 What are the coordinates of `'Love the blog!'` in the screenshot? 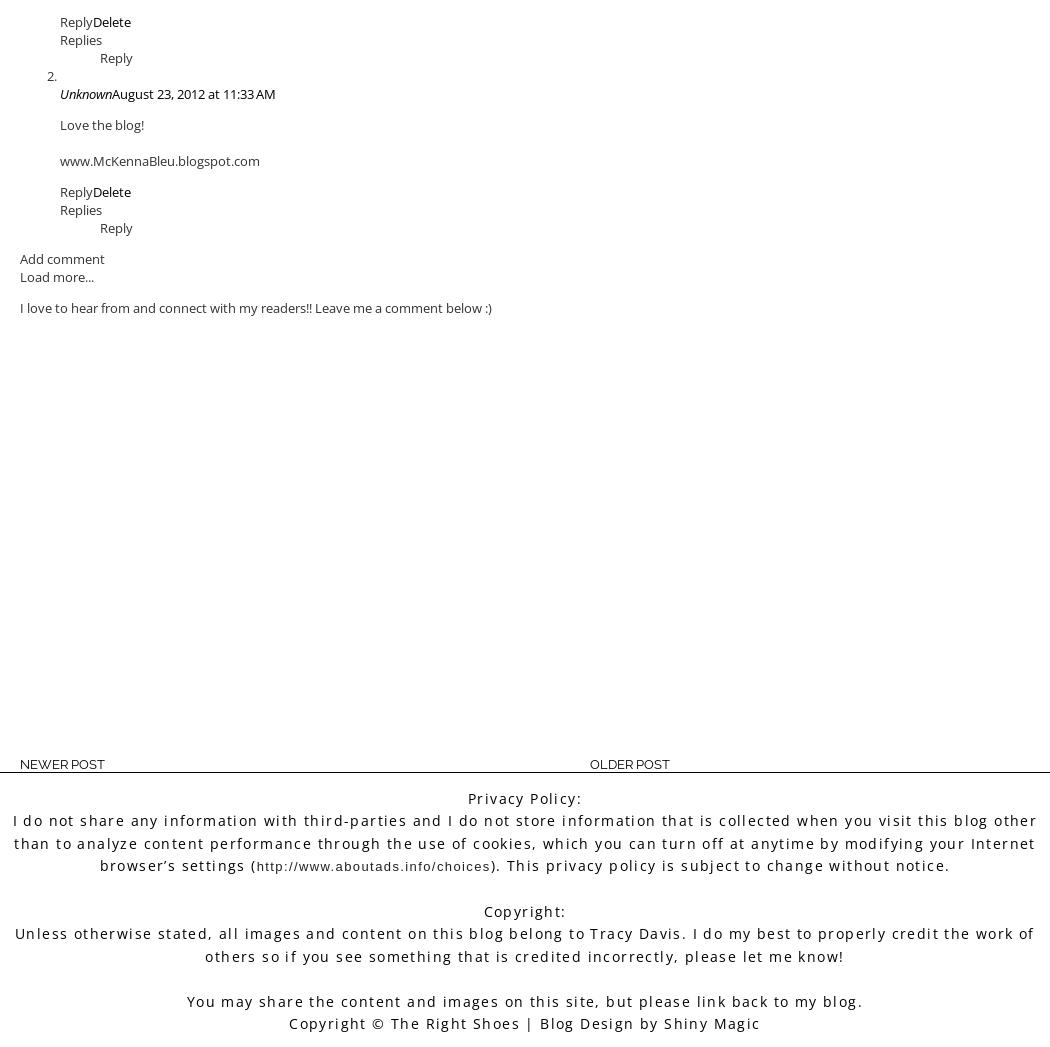 It's located at (58, 124).